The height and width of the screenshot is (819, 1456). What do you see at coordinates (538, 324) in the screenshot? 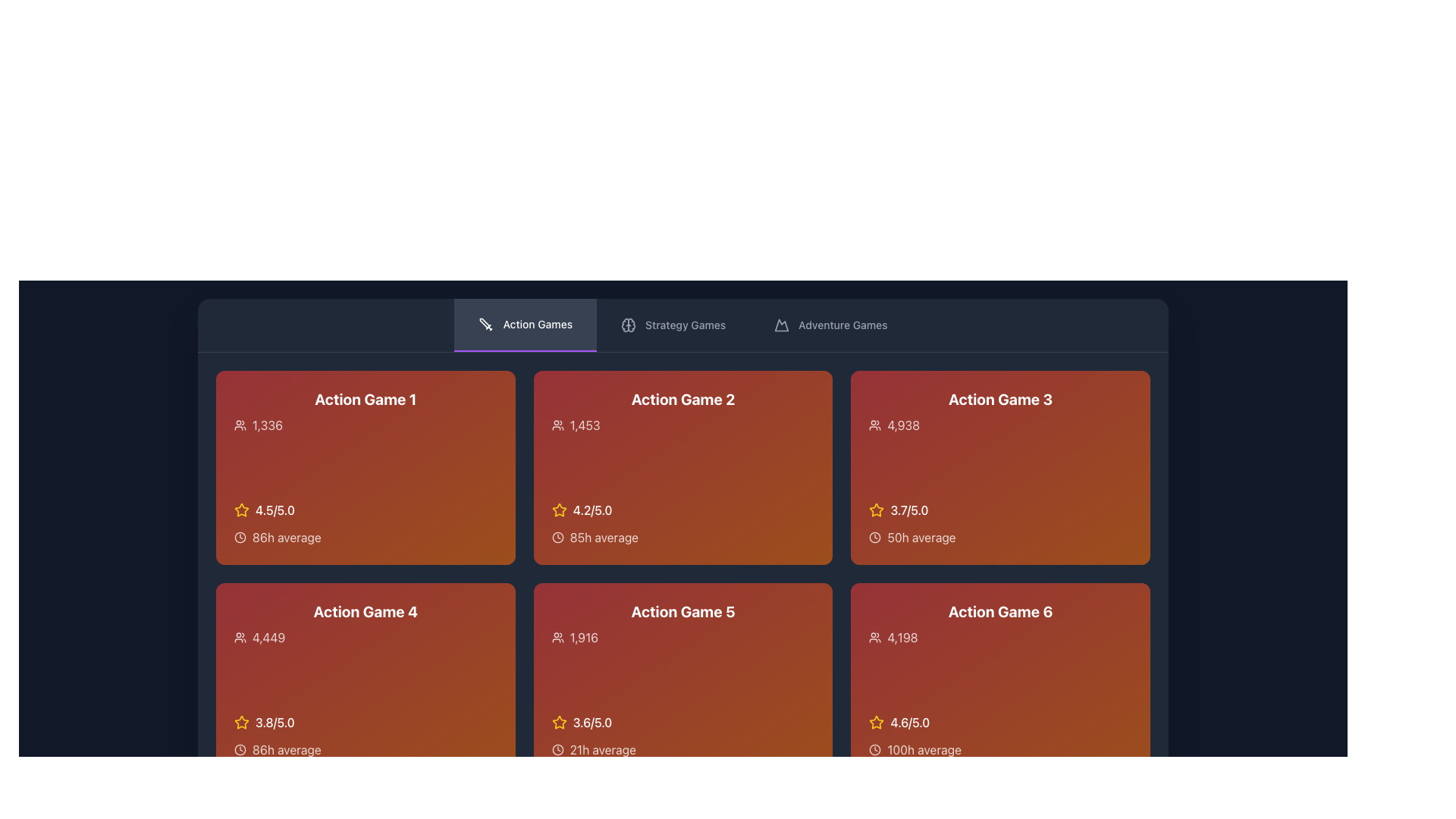
I see `the 'Action Games' static text label displayed in white font on a gray background` at bounding box center [538, 324].